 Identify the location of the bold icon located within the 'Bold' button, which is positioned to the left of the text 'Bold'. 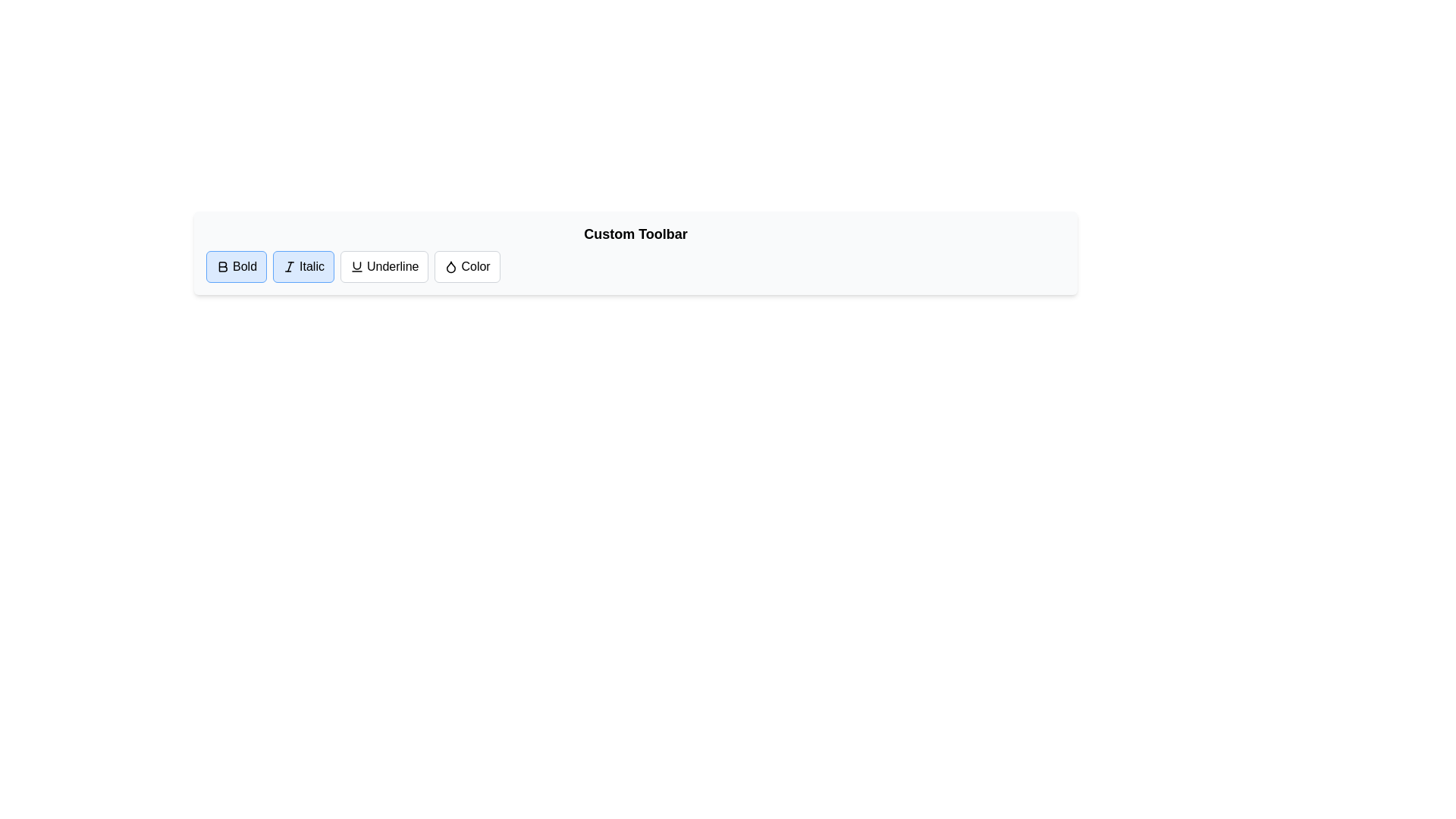
(221, 265).